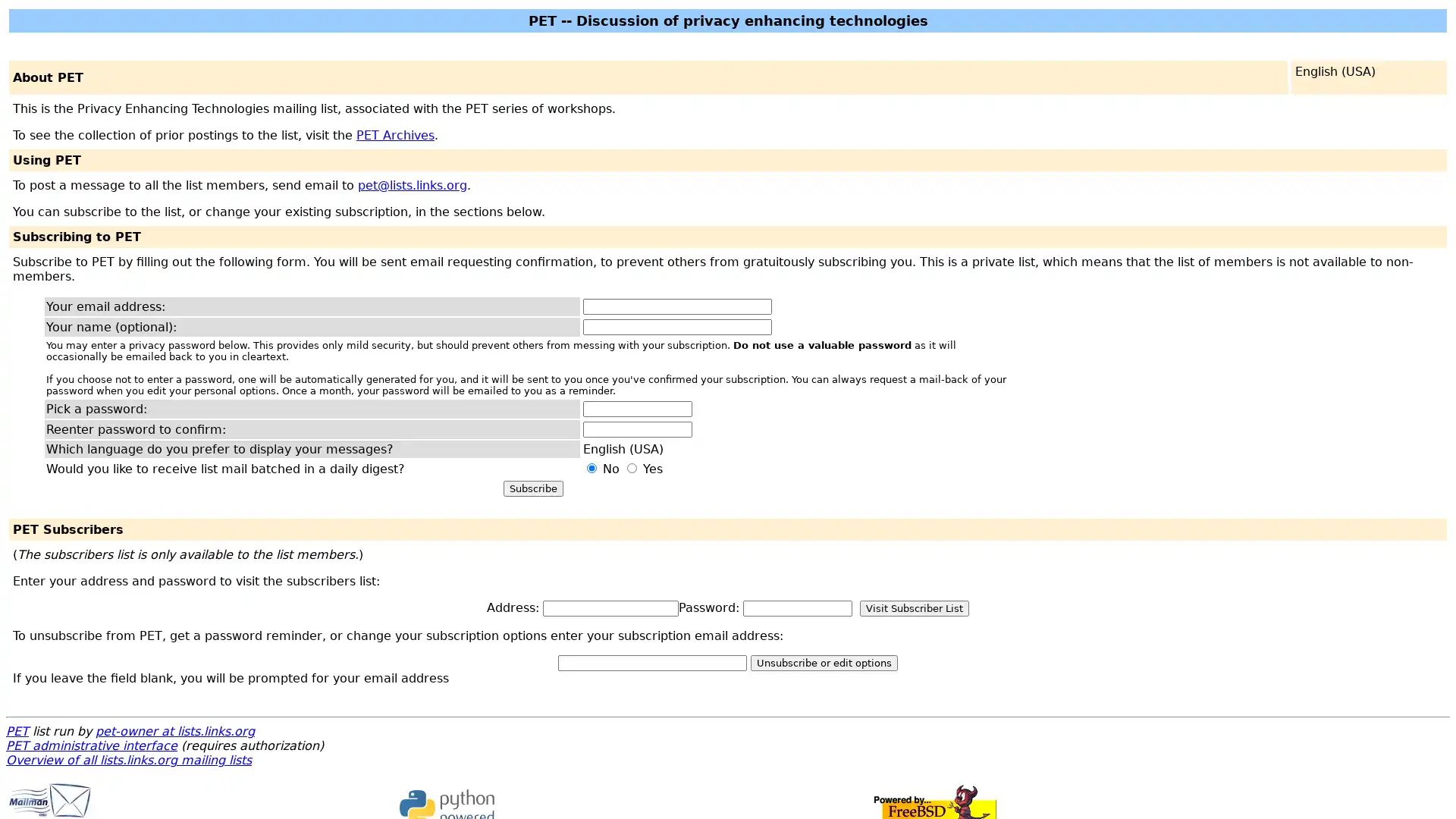  I want to click on Unsubscribe or edit options, so click(823, 662).